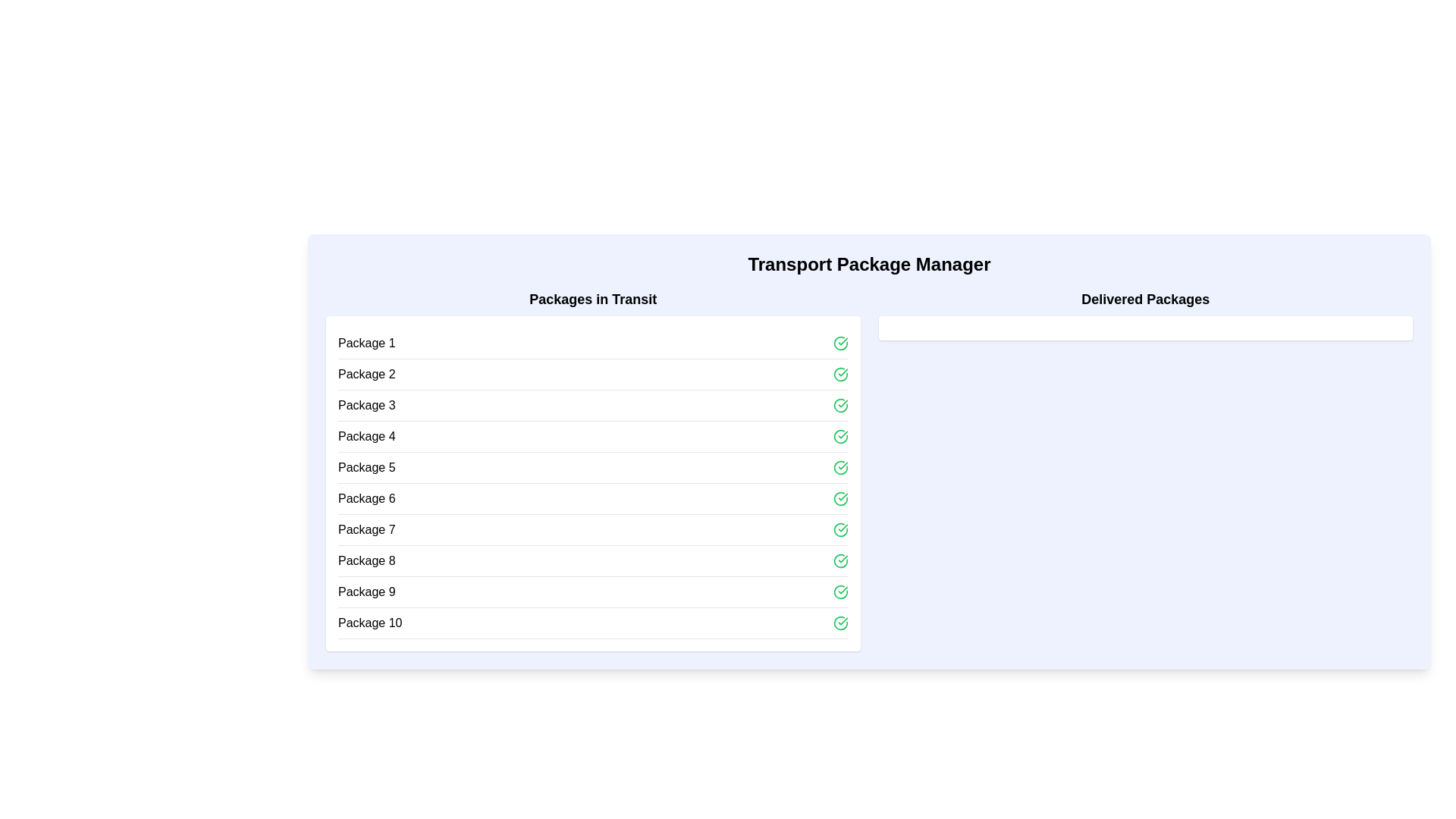 Image resolution: width=1456 pixels, height=819 pixels. What do you see at coordinates (592, 623) in the screenshot?
I see `the last list item labeled 'Package 10' in the 'Packages in Transit' column` at bounding box center [592, 623].